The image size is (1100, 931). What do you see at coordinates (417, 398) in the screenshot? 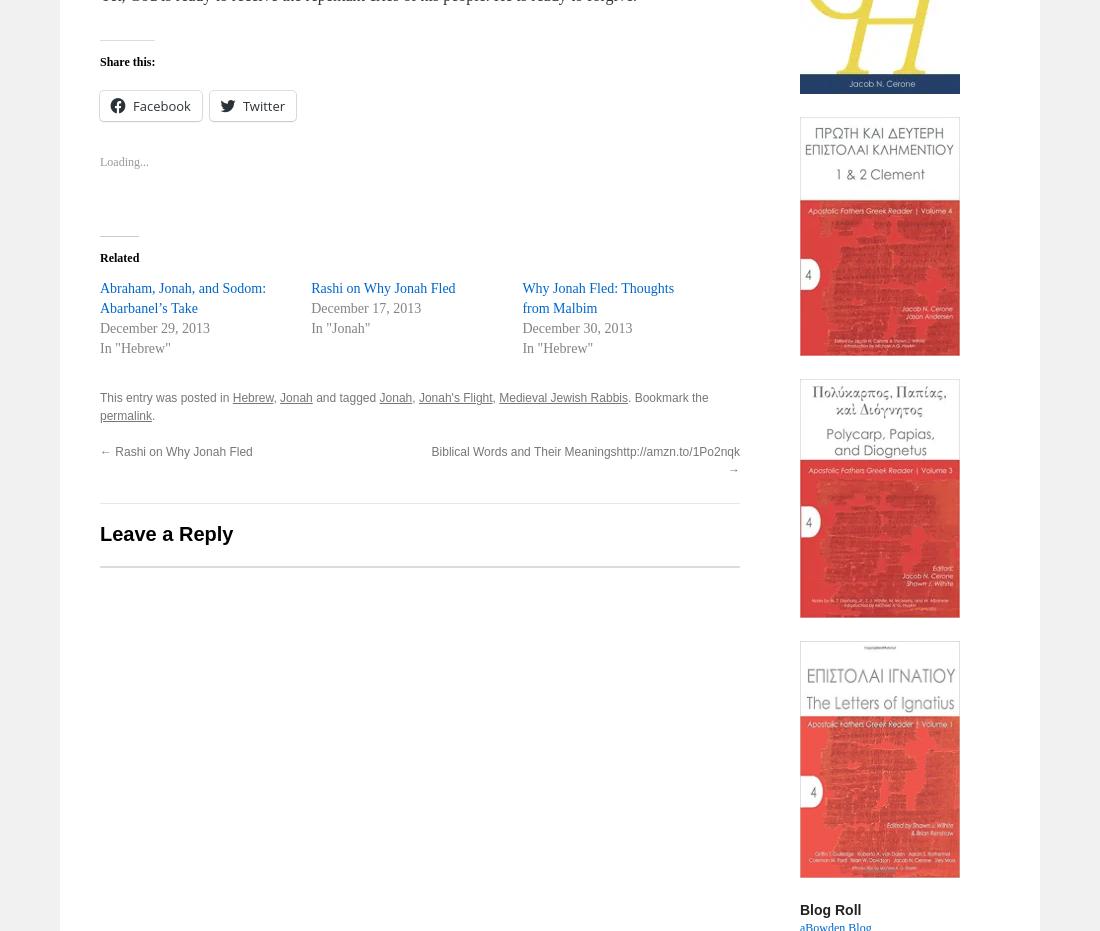
I see `'Jonah's Flight'` at bounding box center [417, 398].